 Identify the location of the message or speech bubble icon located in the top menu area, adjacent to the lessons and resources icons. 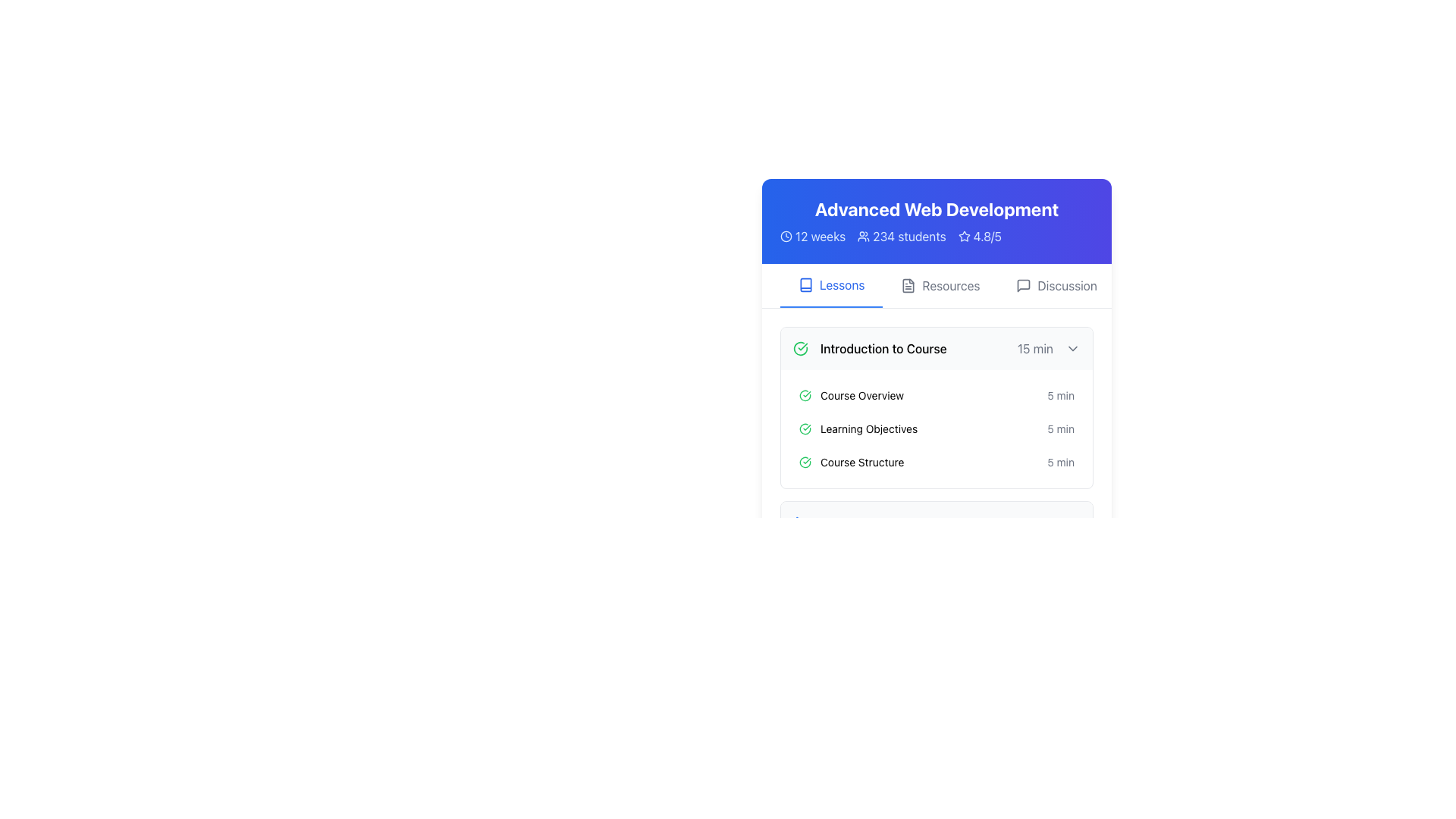
(1024, 286).